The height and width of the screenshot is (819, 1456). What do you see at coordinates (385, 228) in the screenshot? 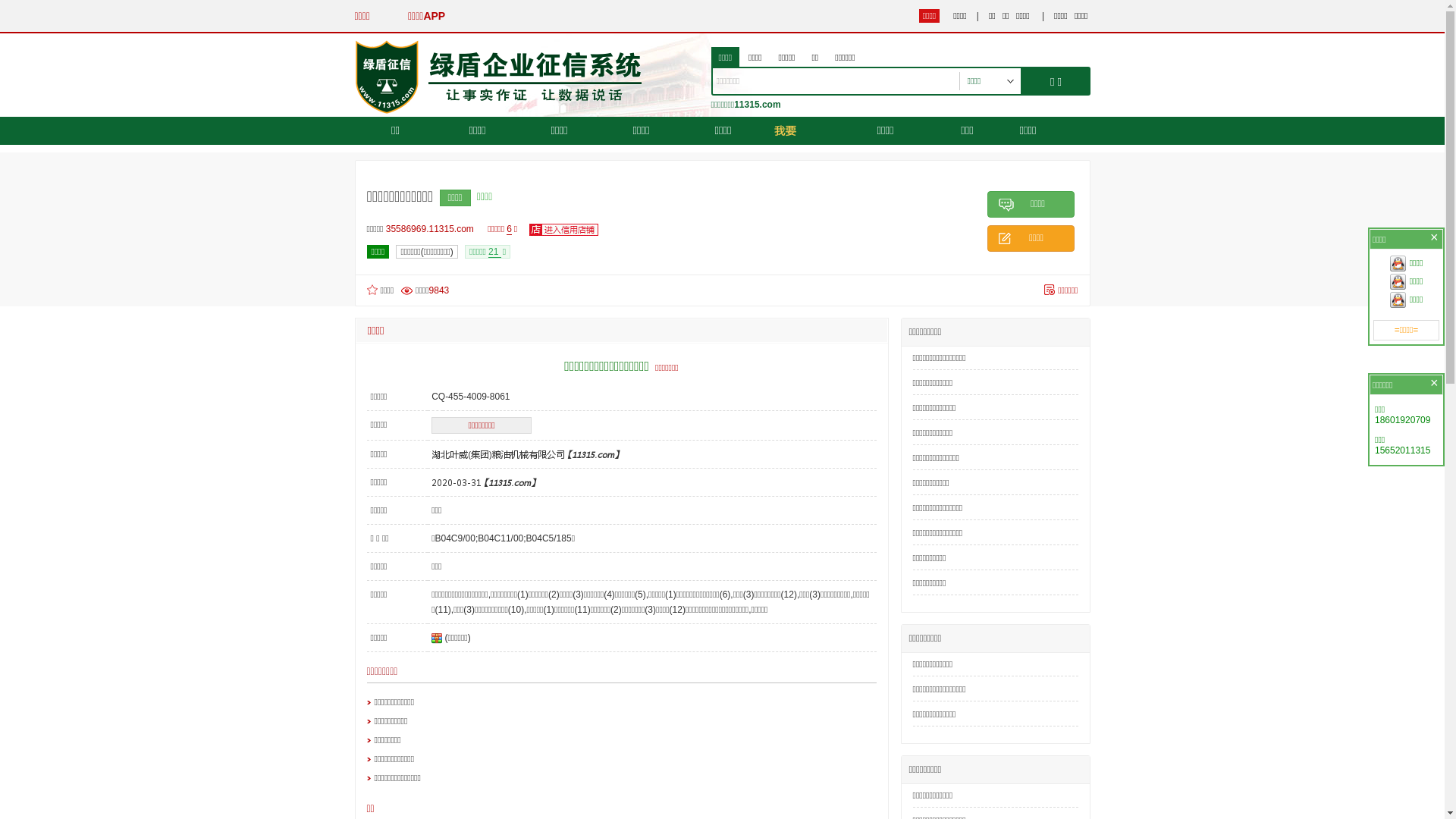
I see `'35586969.11315.com'` at bounding box center [385, 228].